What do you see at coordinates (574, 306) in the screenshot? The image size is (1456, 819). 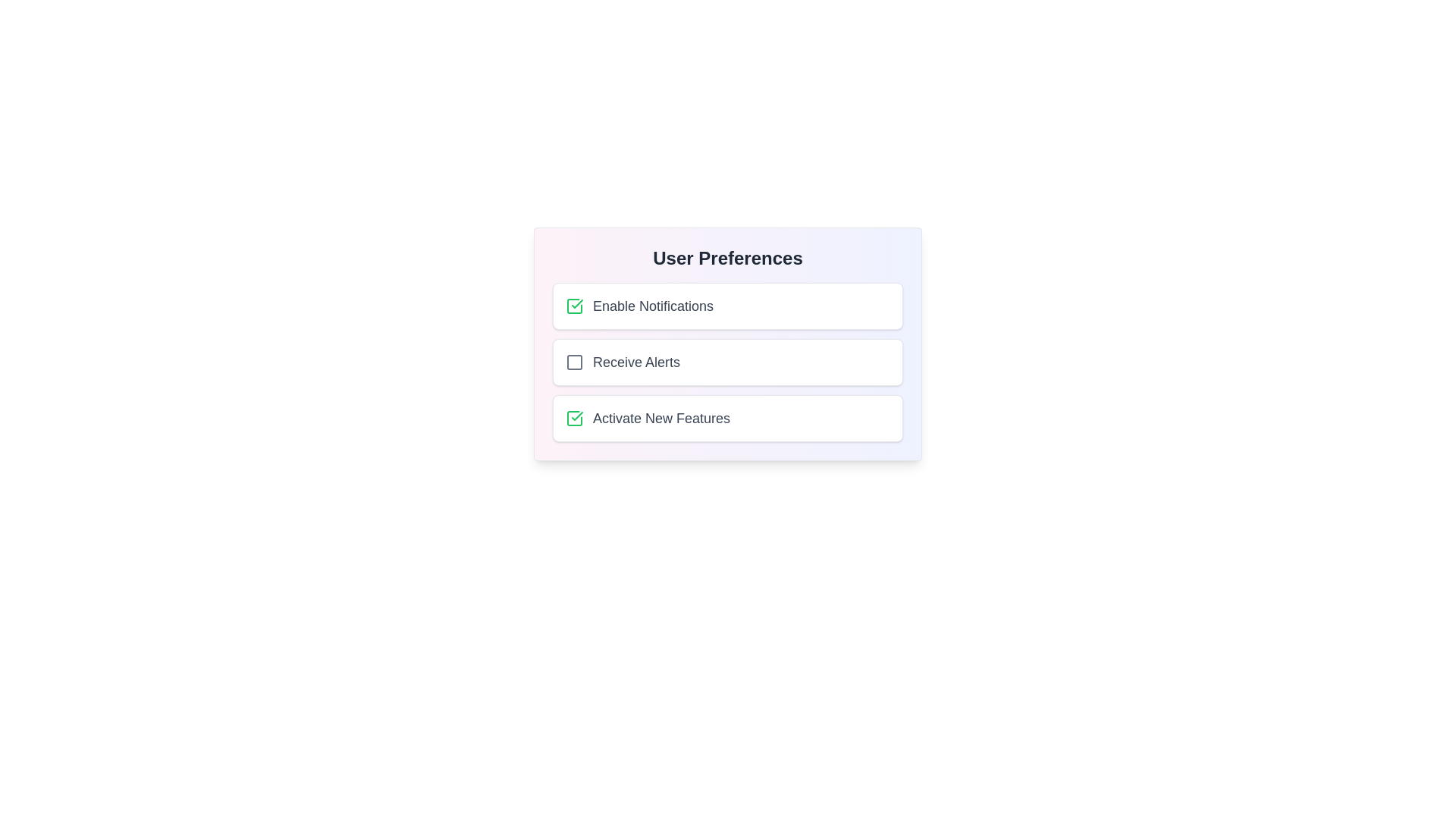 I see `the checkbox in the top-left corner of the 'Enable Notifications' preference row` at bounding box center [574, 306].